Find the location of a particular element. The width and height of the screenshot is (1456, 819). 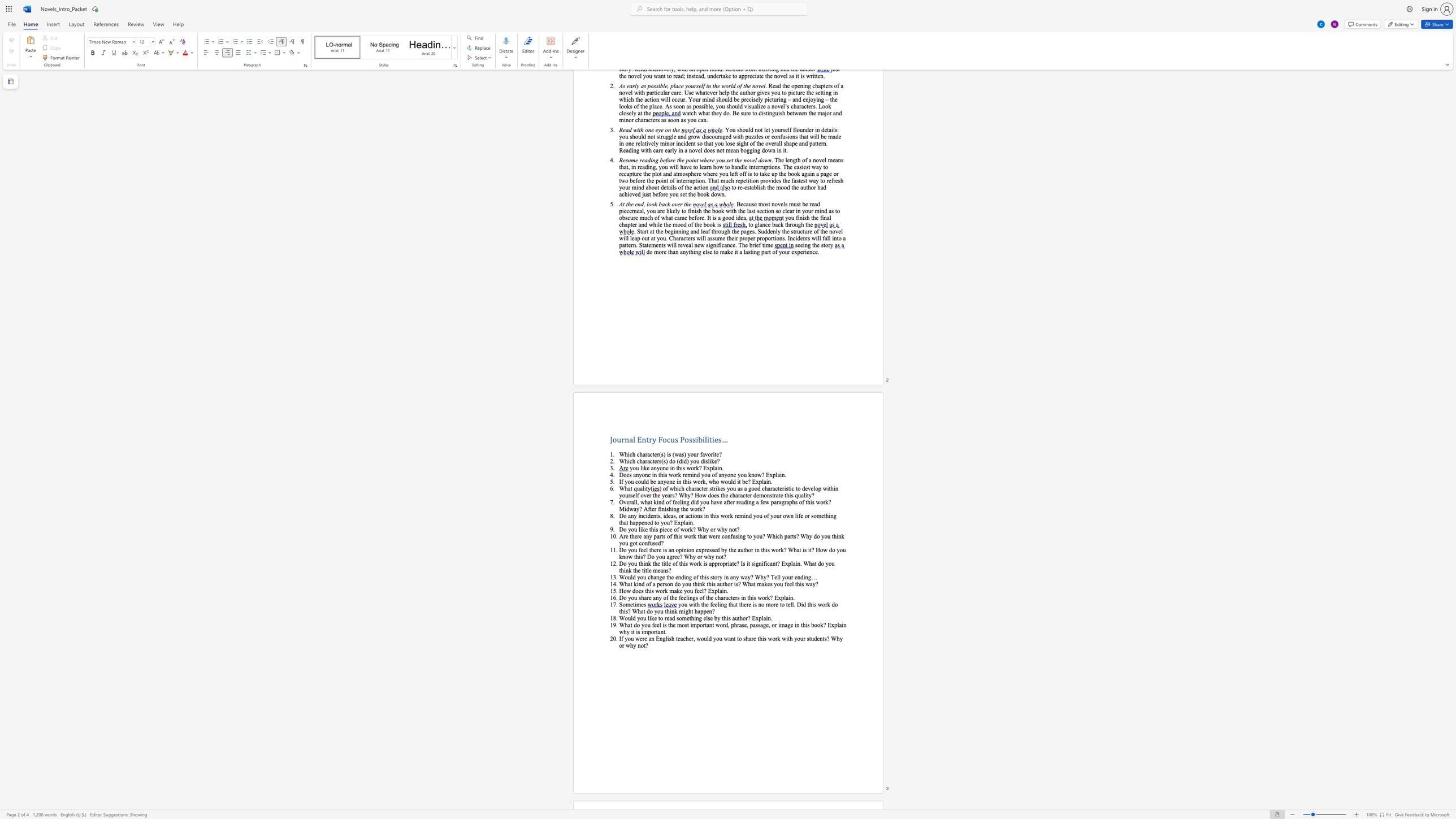

the subset text "o you know this? Do you" within the text "Do you feel there is an opinion expressed by the author in this work? What is it? How do you know this? Do you agree? Why or why not?" is located at coordinates (831, 549).